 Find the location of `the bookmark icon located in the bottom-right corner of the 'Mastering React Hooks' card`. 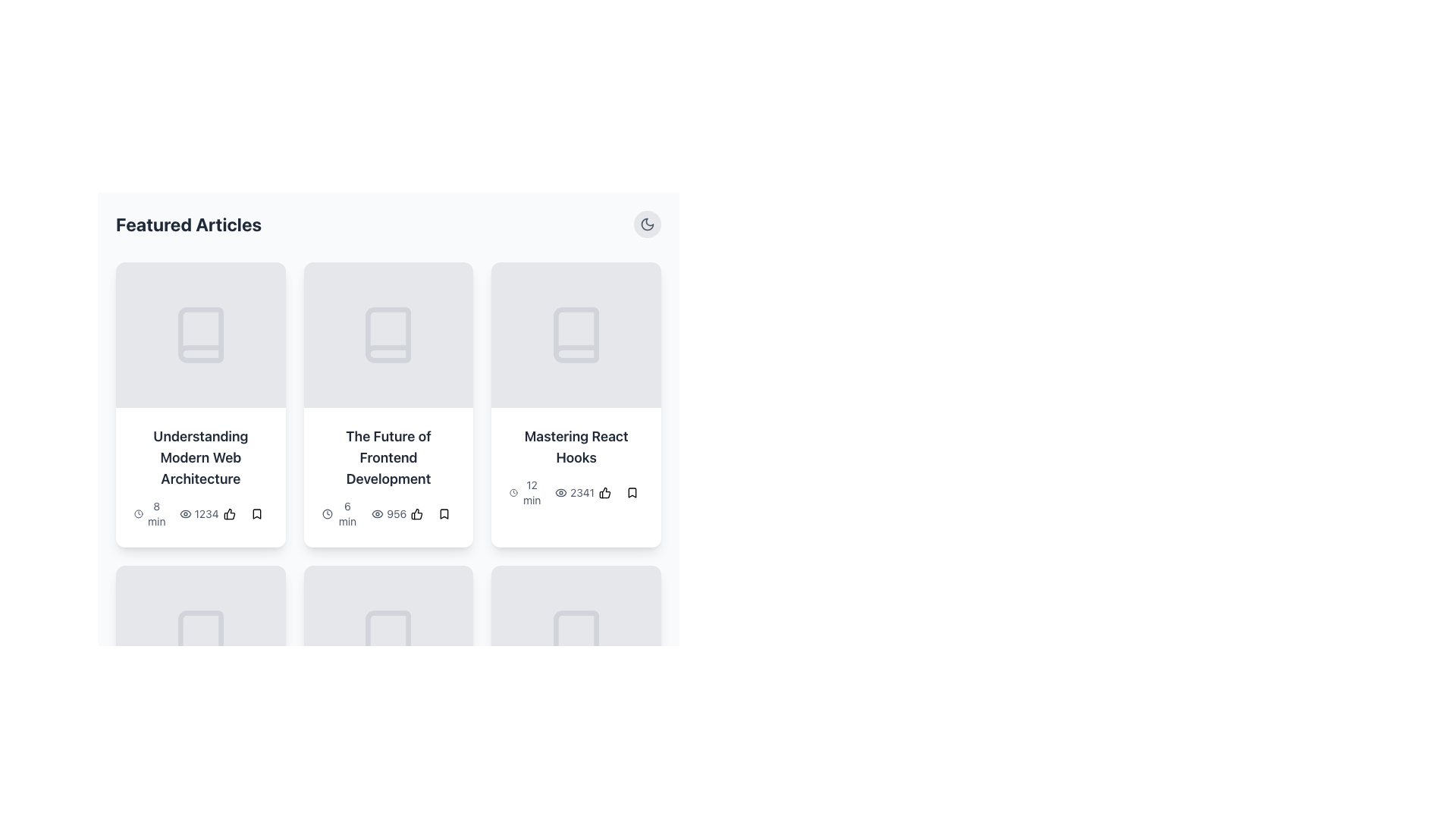

the bookmark icon located in the bottom-right corner of the 'Mastering React Hooks' card is located at coordinates (632, 493).